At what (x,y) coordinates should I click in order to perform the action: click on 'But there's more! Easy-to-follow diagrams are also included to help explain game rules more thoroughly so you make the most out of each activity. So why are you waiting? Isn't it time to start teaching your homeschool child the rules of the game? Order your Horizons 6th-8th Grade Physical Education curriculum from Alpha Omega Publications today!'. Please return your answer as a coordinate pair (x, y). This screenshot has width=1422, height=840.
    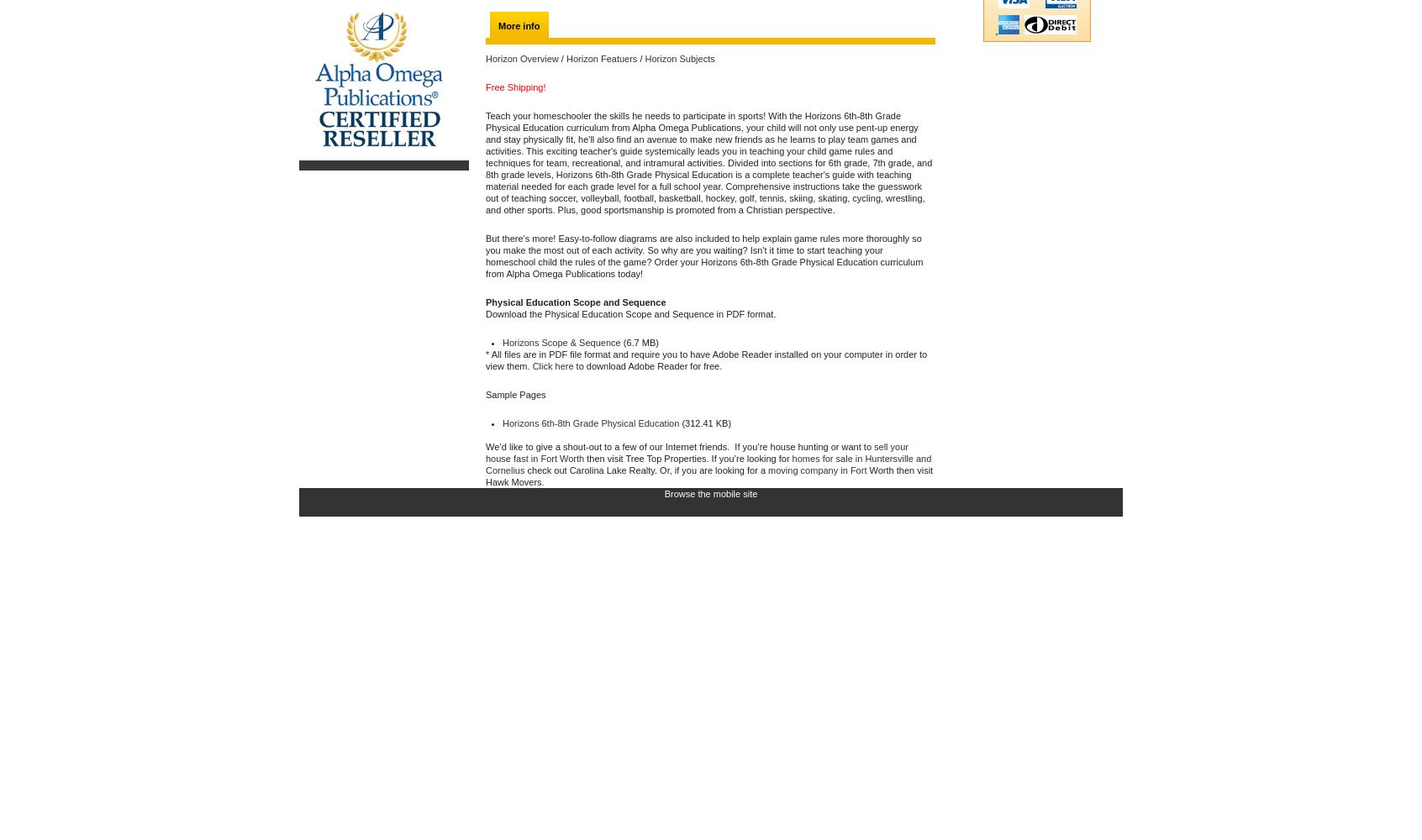
    Looking at the image, I should click on (484, 256).